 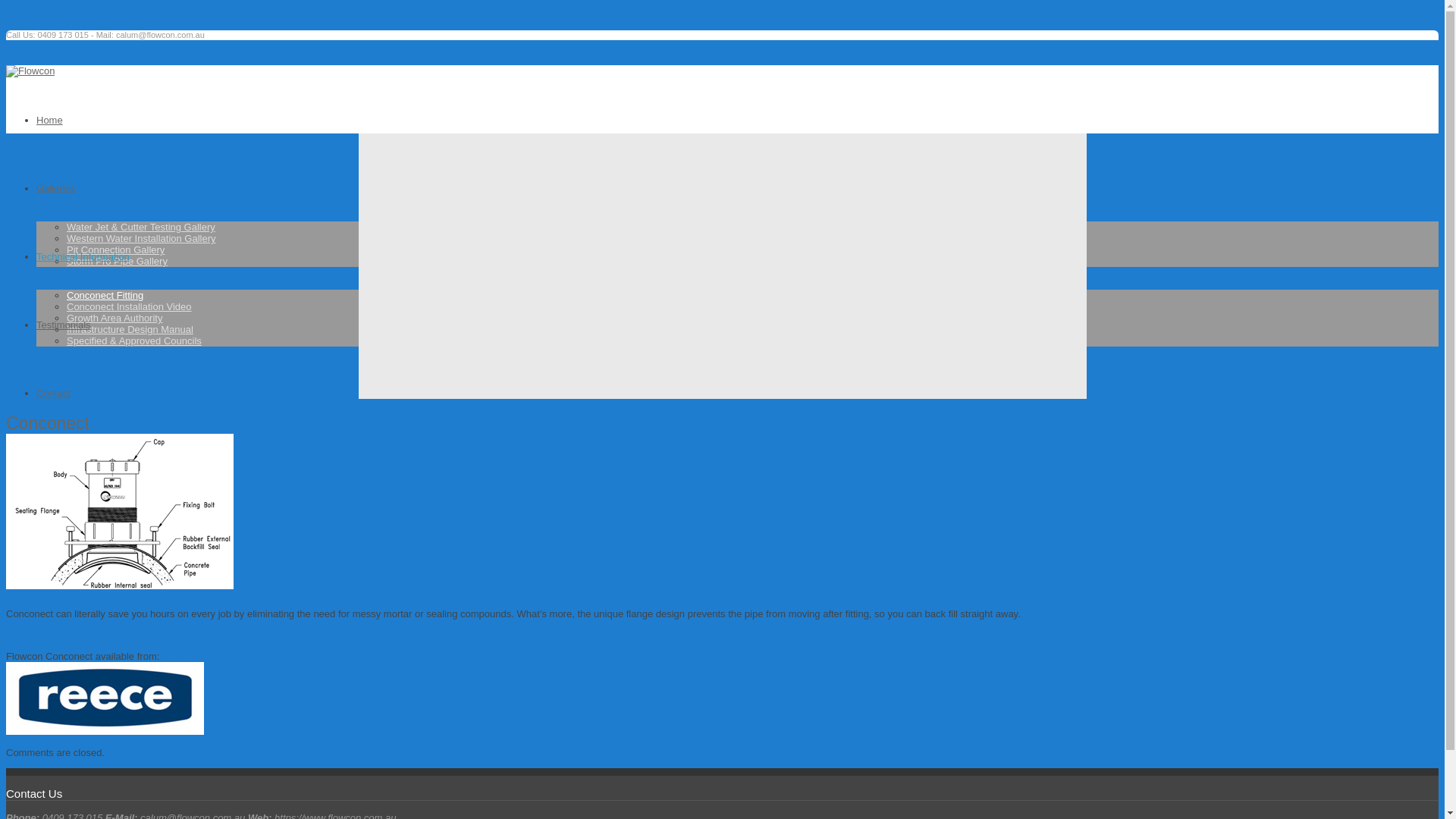 I want to click on 'Storm Pro Pipe Gallery', so click(x=116, y=260).